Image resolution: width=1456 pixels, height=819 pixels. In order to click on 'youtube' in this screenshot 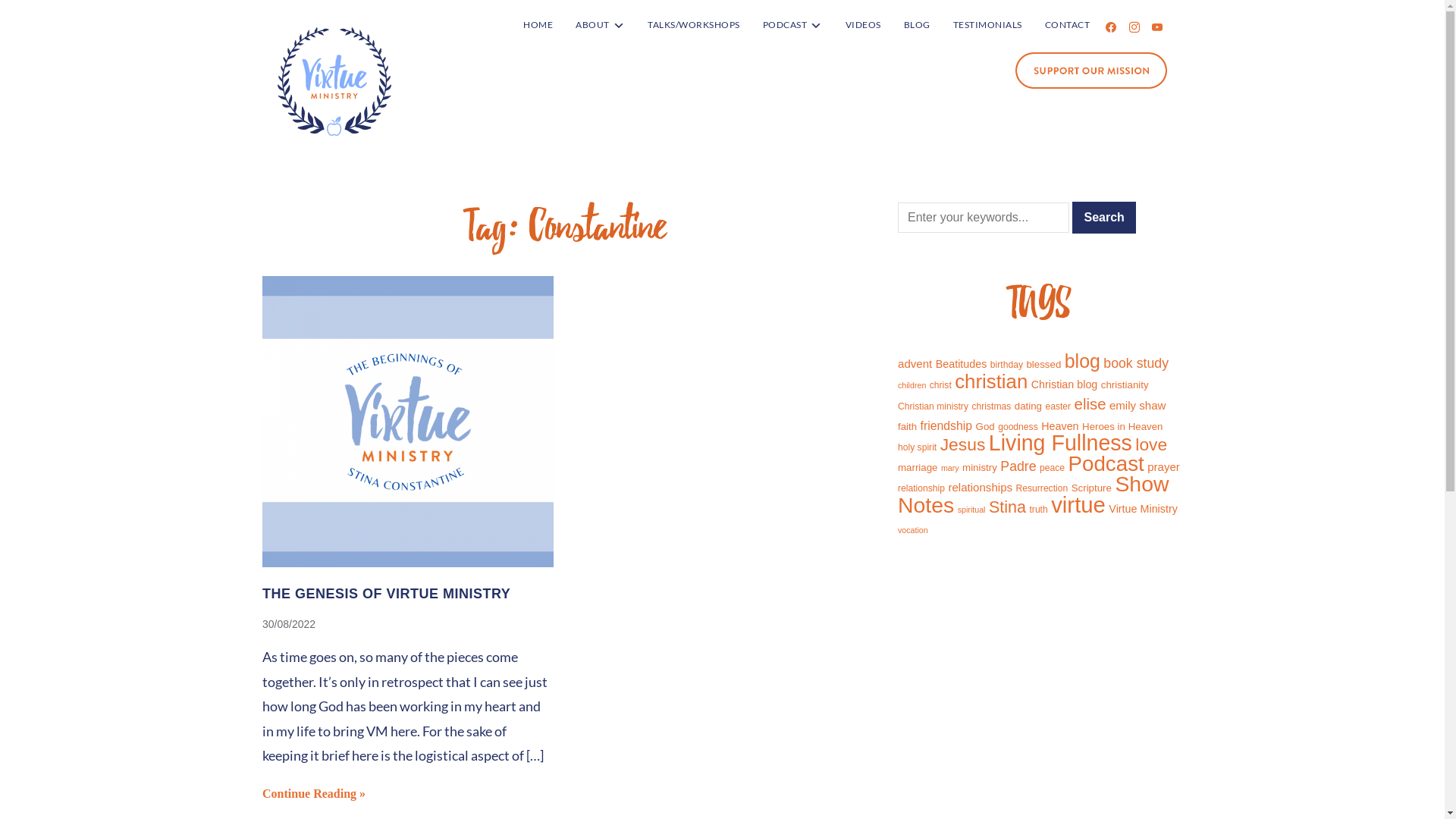, I will do `click(1156, 26)`.